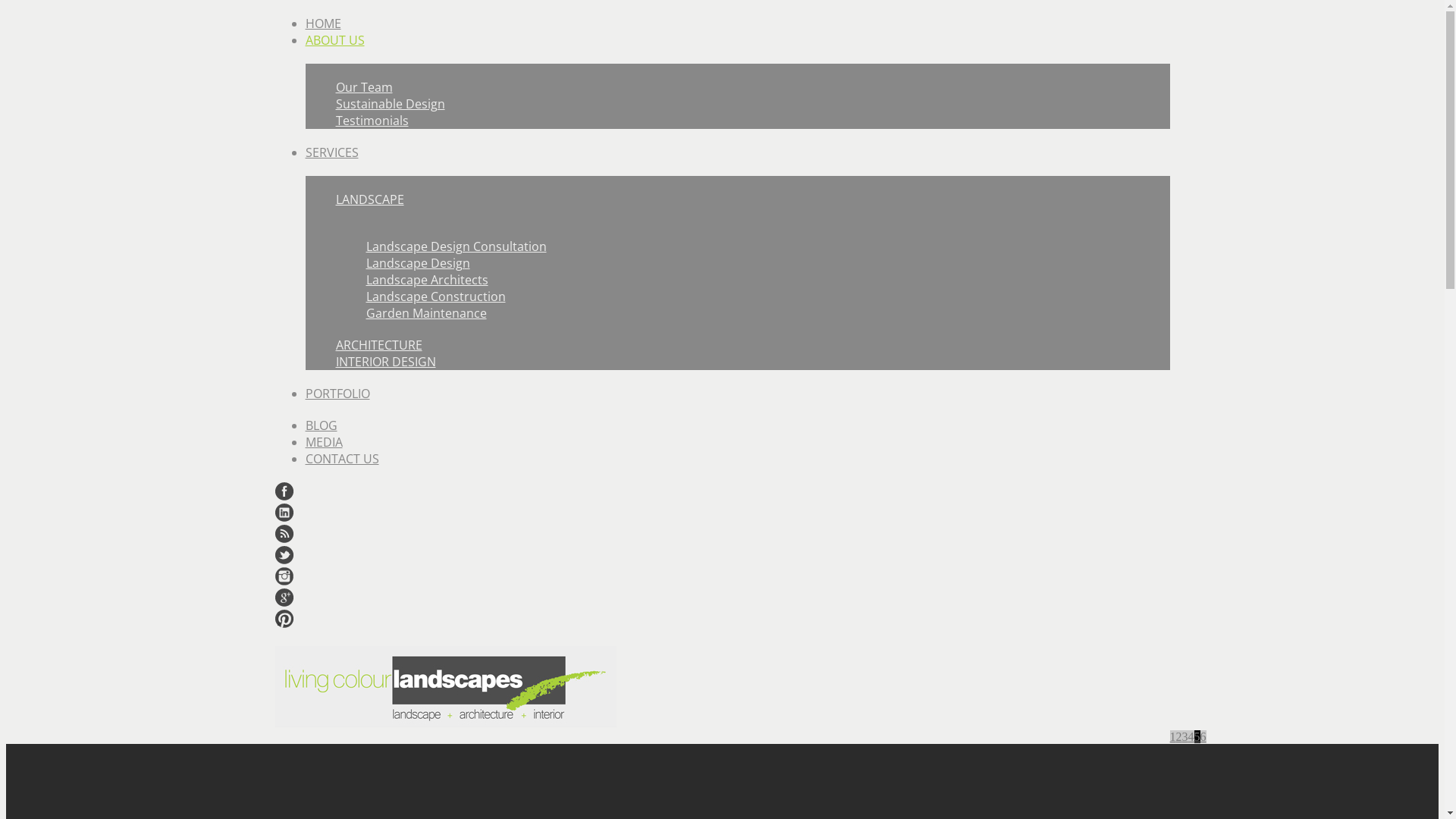 Image resolution: width=1456 pixels, height=819 pixels. I want to click on 'Sustainable Design', so click(389, 103).